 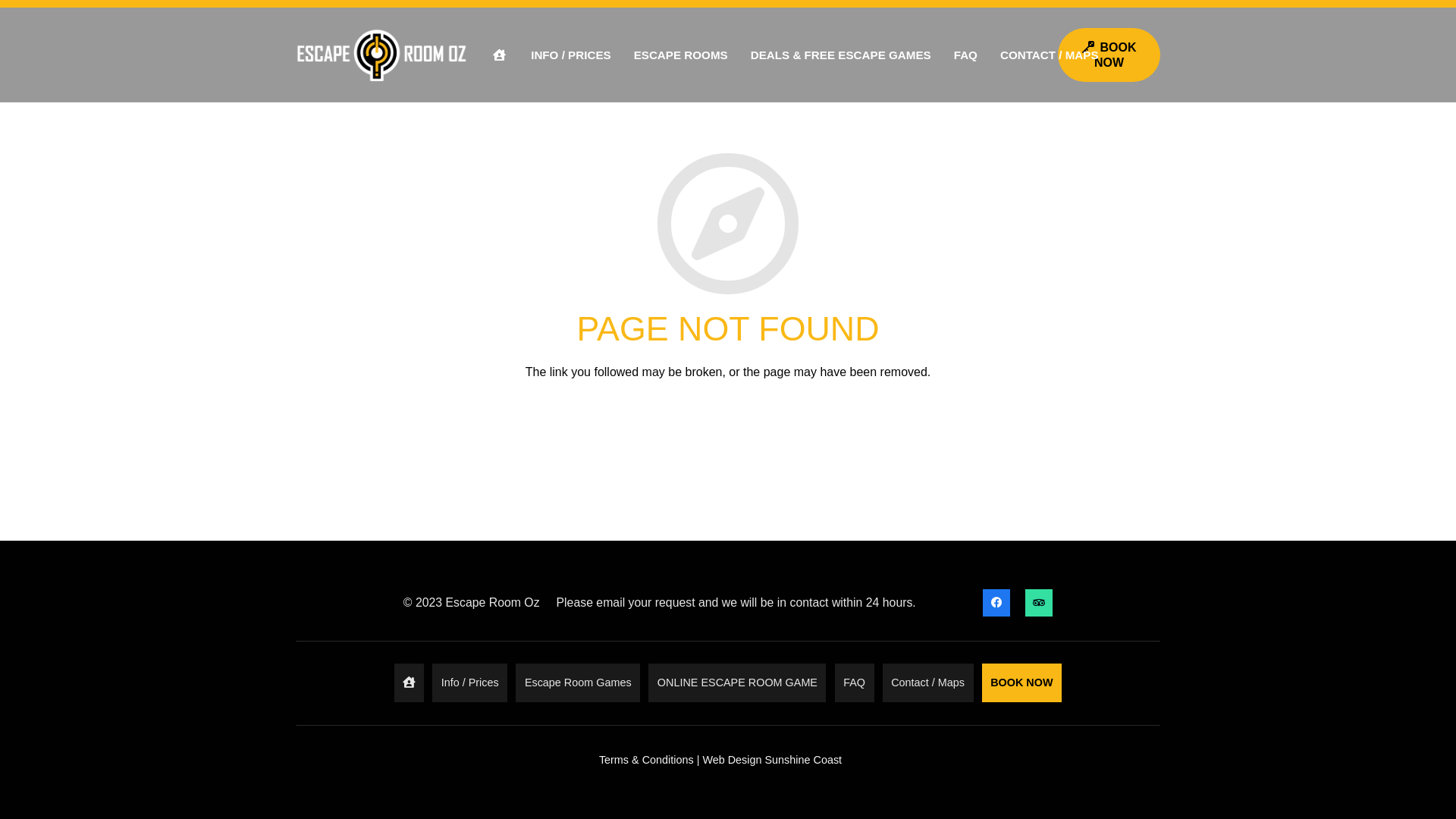 I want to click on 'BOOK NOW', so click(x=1057, y=54).